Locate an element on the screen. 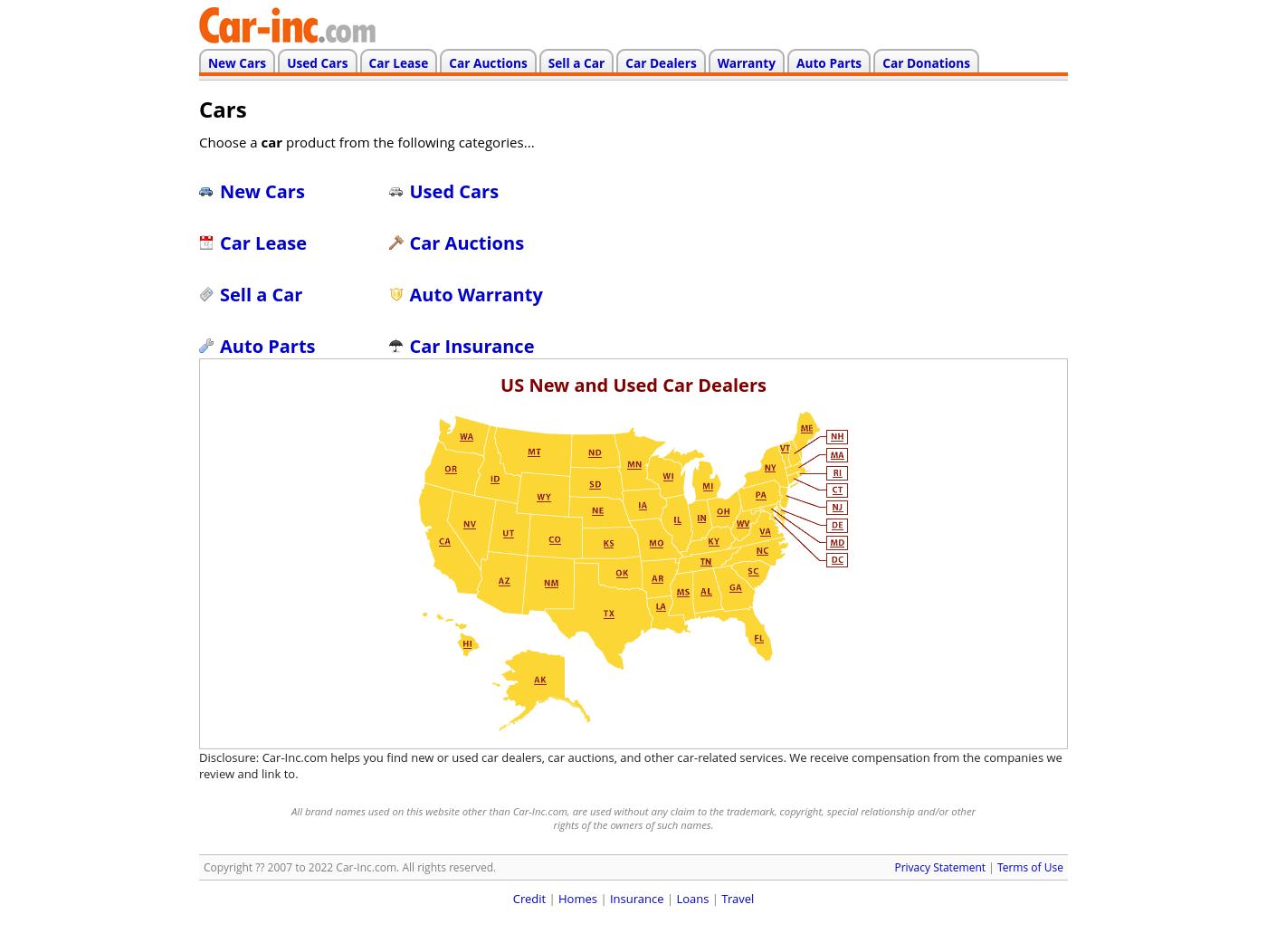  'Car Insurance' is located at coordinates (471, 346).